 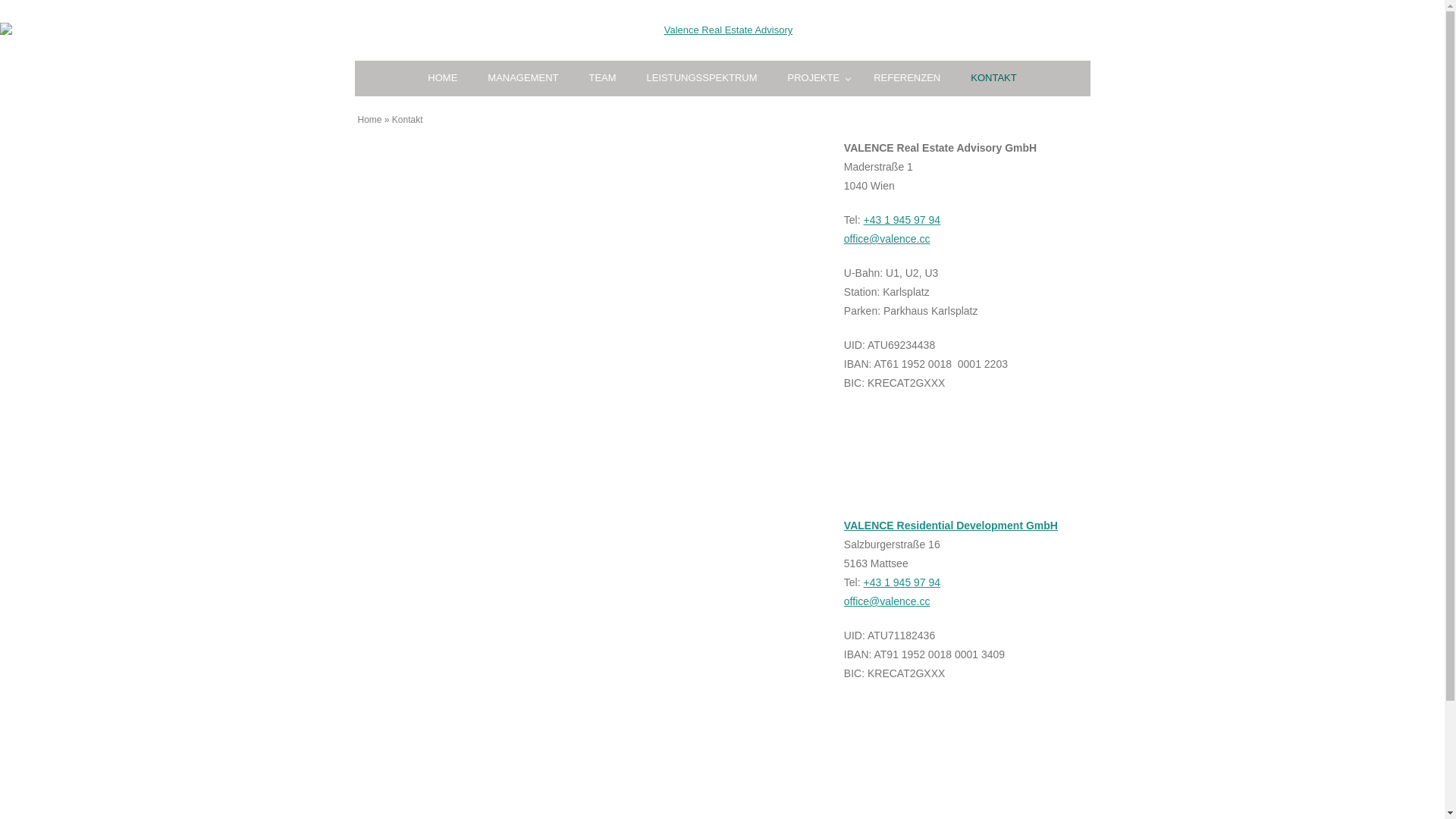 I want to click on 'LEISTUNGSSPEKTRUM', so click(x=701, y=78).